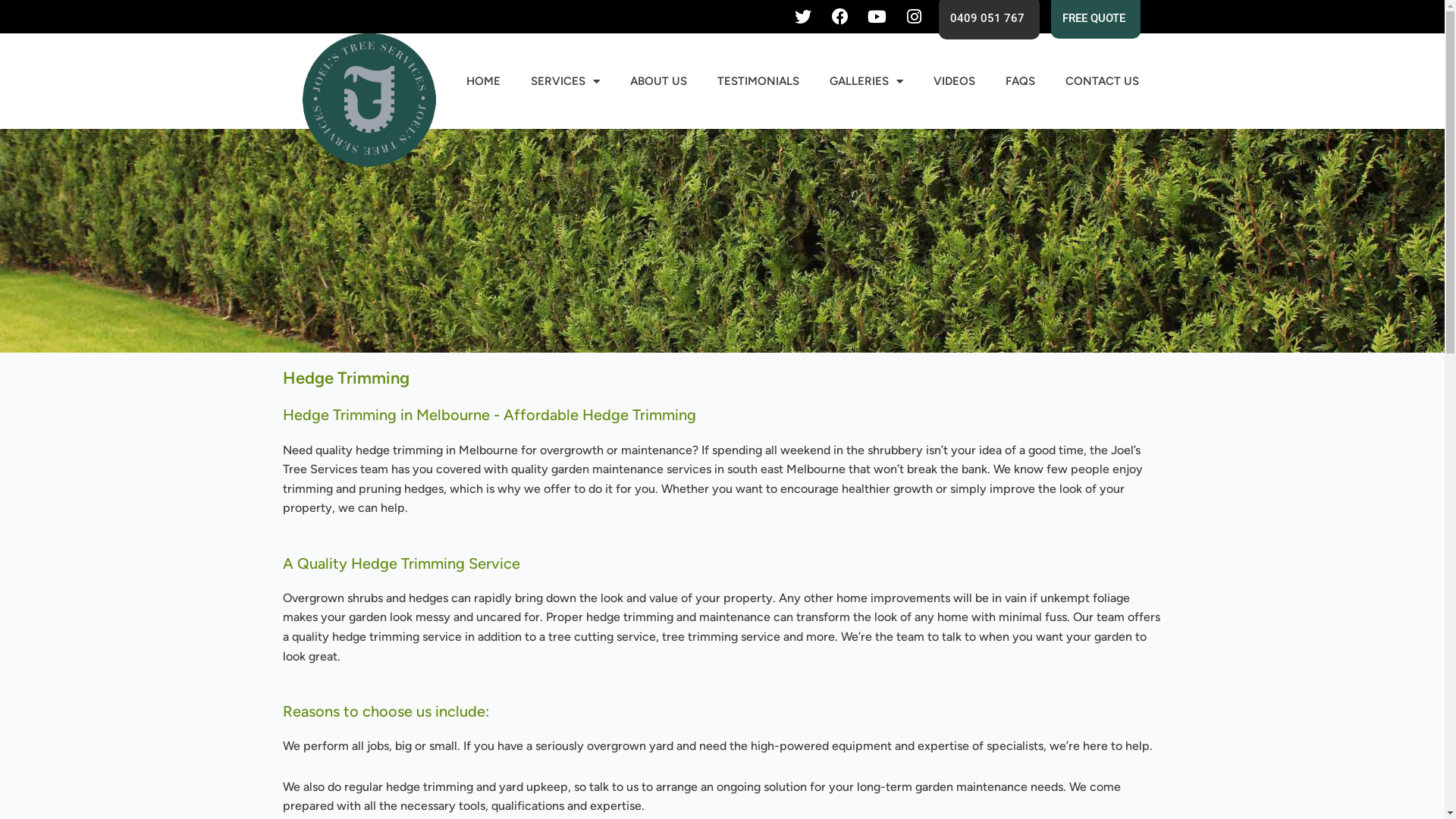  I want to click on 'TESTIMONIALS', so click(758, 81).